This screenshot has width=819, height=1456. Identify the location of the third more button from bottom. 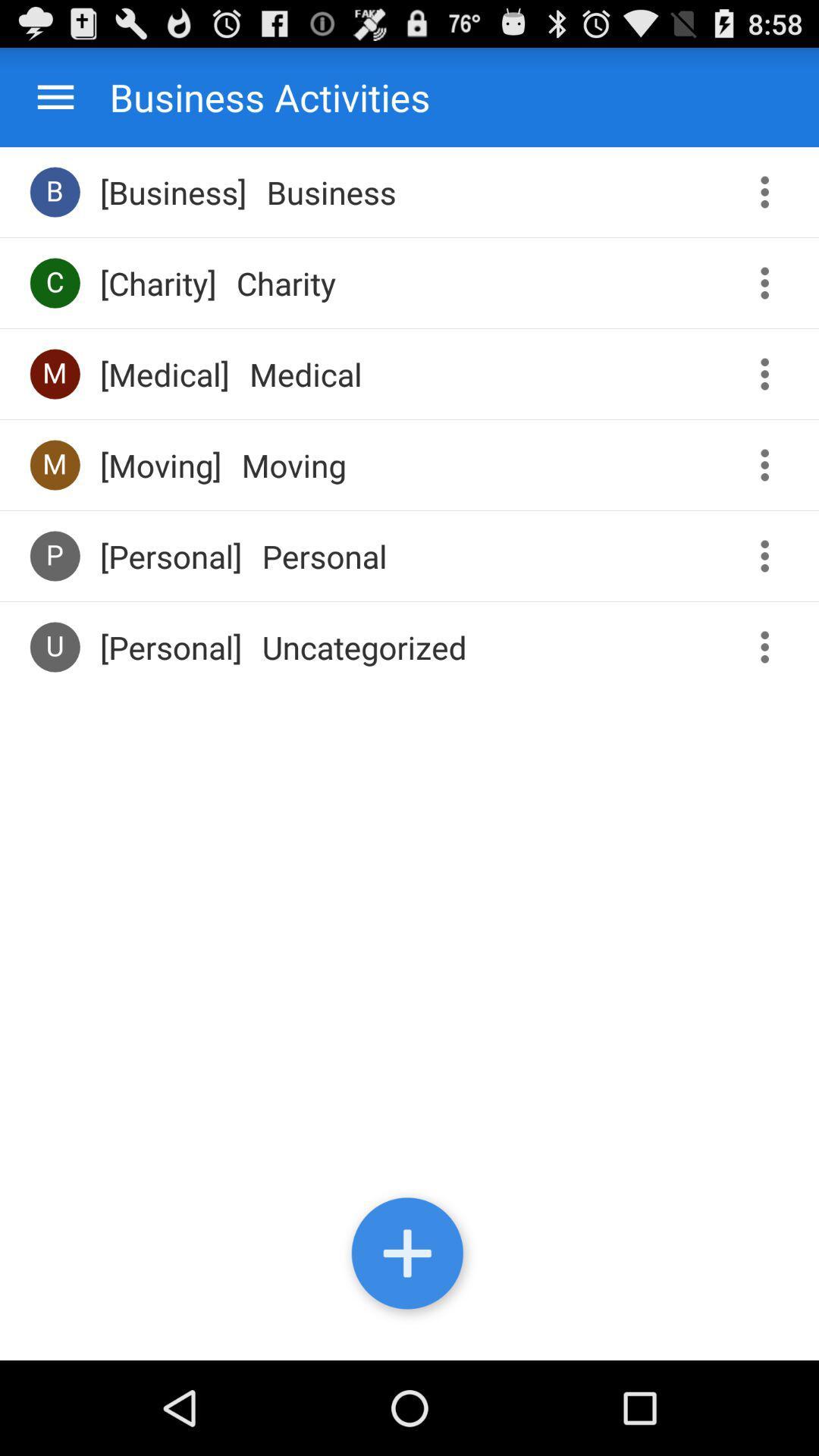
(770, 464).